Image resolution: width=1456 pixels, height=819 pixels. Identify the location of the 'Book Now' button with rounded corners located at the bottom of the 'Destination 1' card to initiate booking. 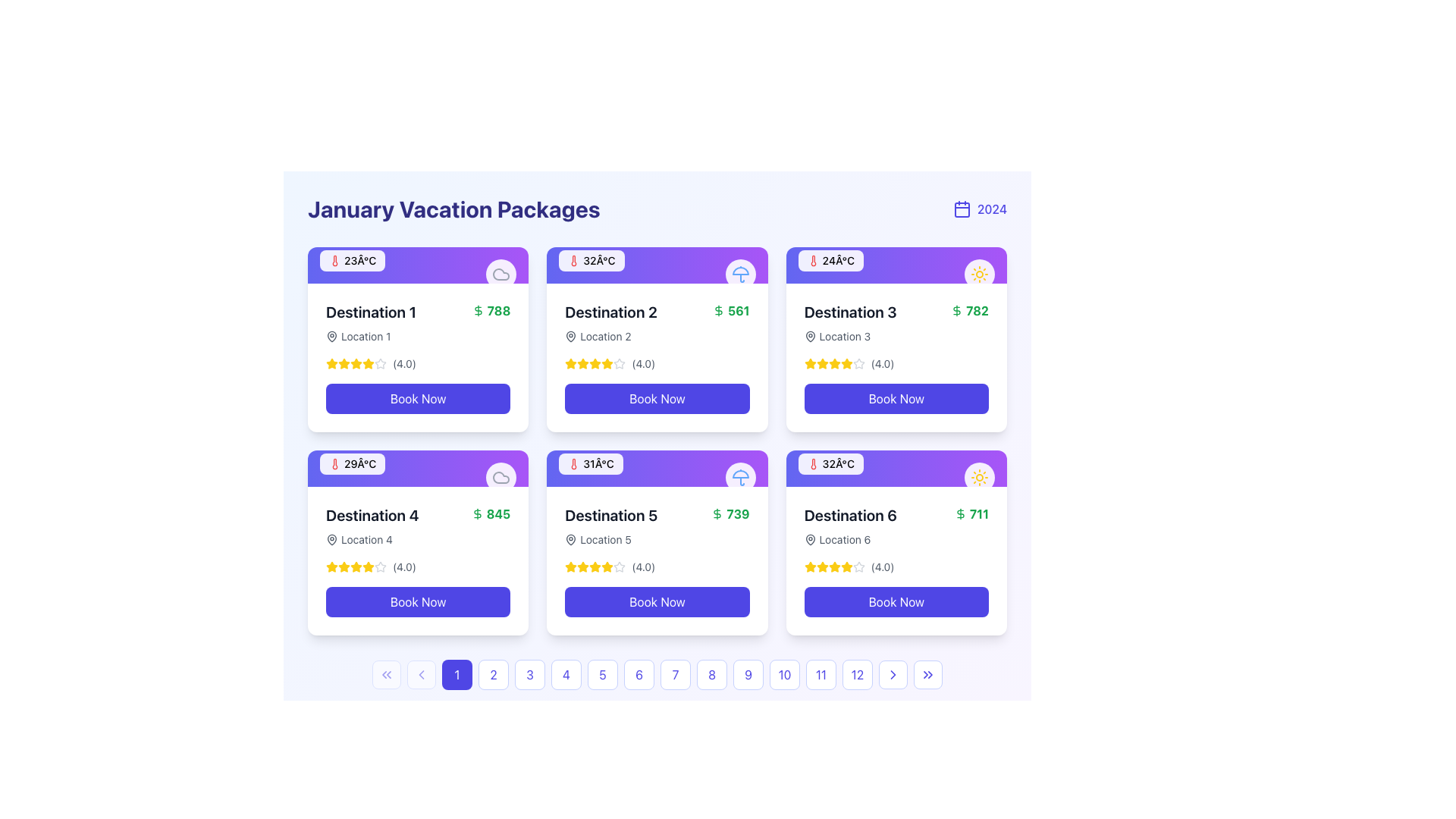
(418, 397).